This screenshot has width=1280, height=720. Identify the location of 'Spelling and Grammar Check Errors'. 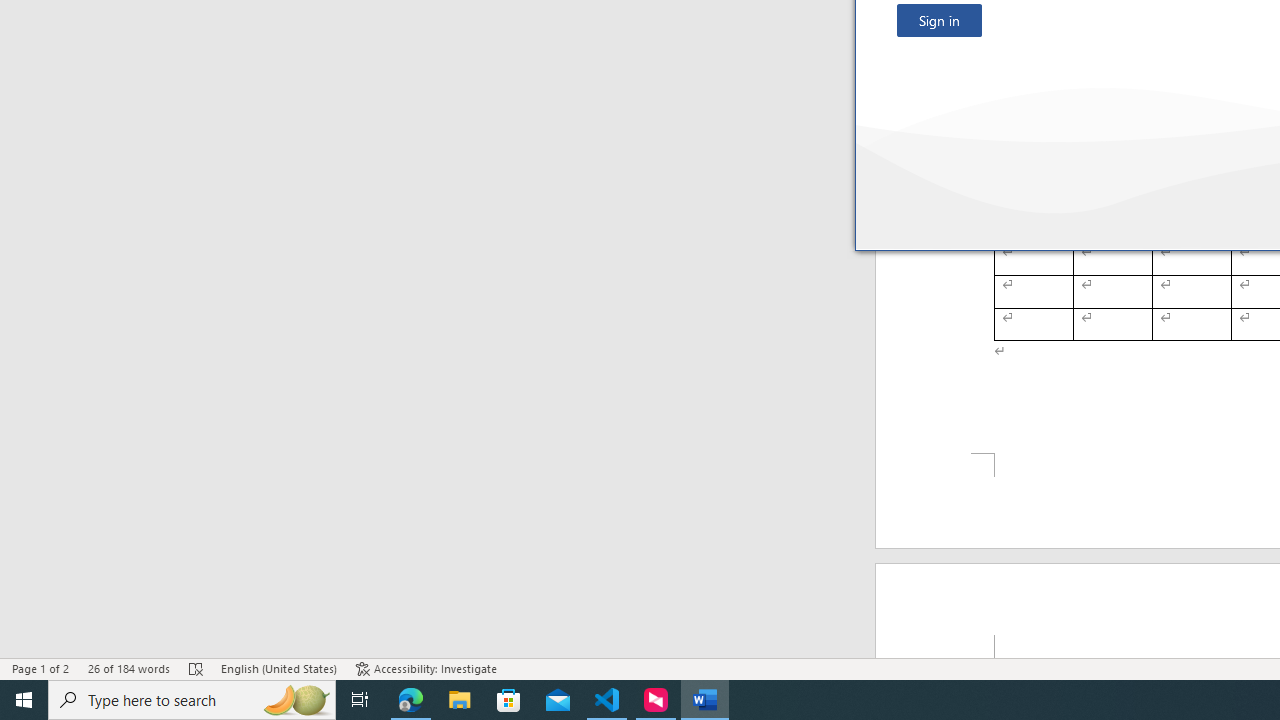
(196, 669).